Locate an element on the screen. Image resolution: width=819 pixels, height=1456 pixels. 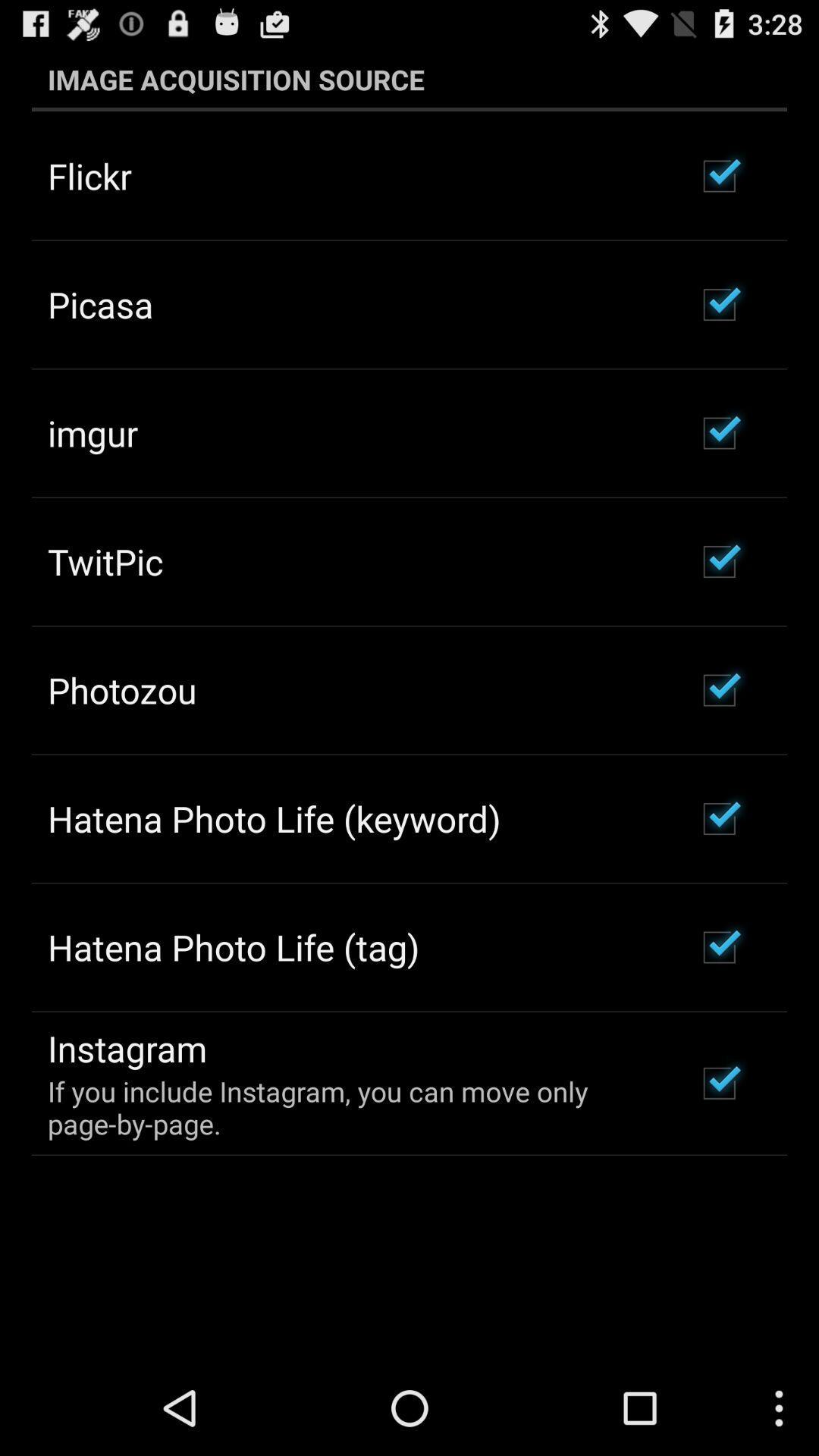
the item above the picasa app is located at coordinates (89, 176).